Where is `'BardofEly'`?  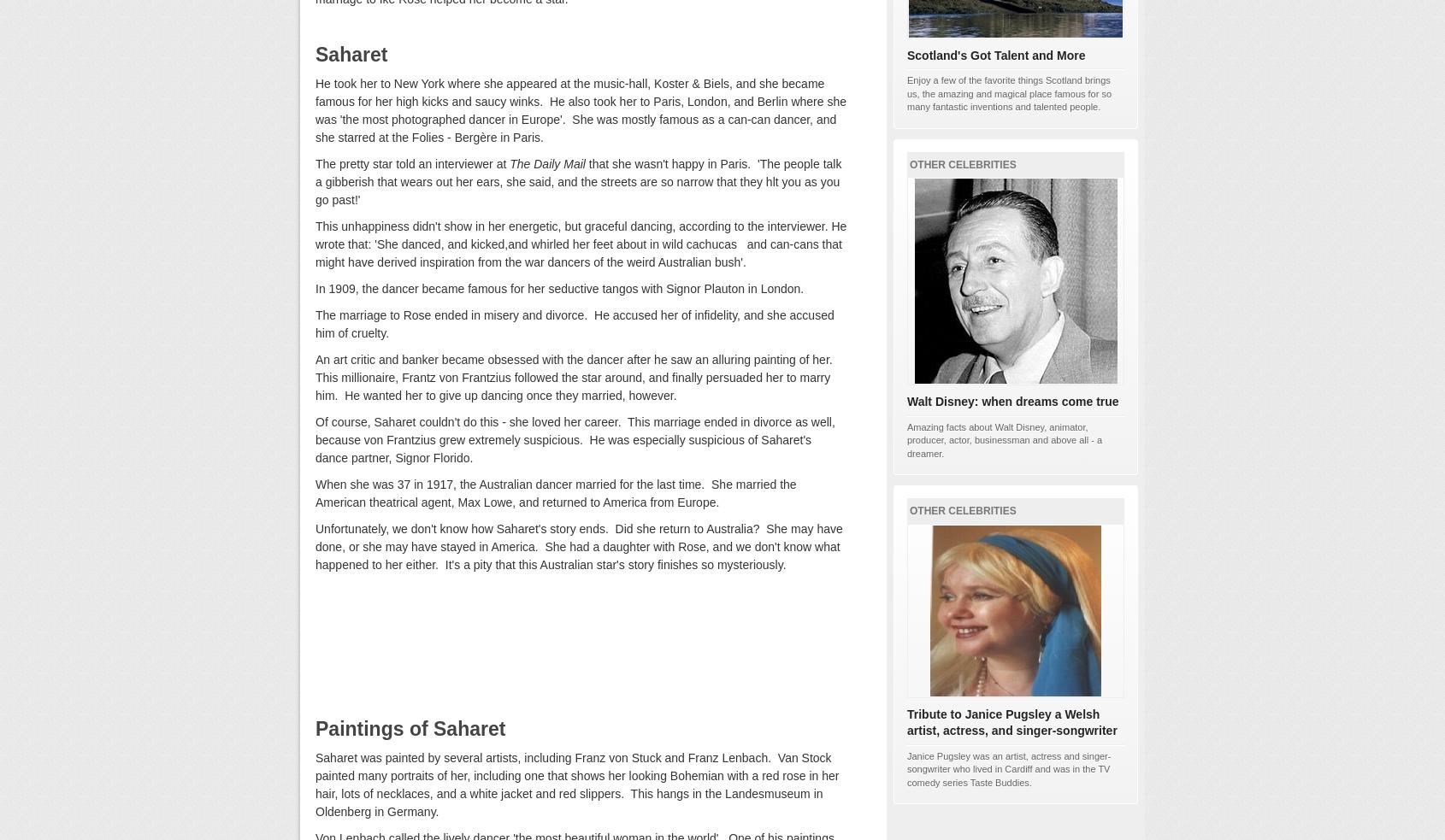 'BardofEly' is located at coordinates (1020, 540).